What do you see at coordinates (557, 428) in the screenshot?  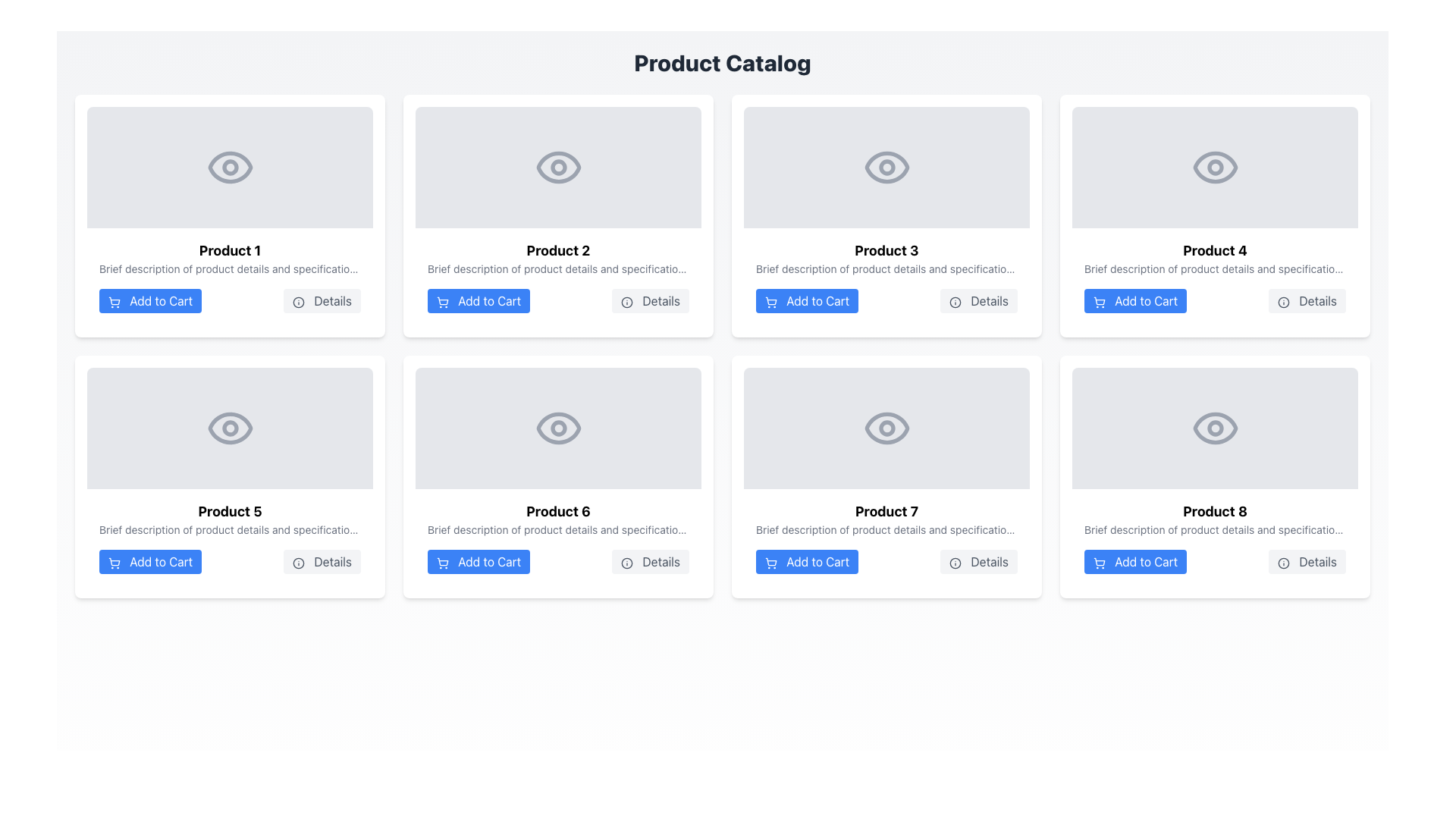 I see `the details of the visual placeholder with a gray background and an eye icon, located in the 'Product 6' card` at bounding box center [557, 428].